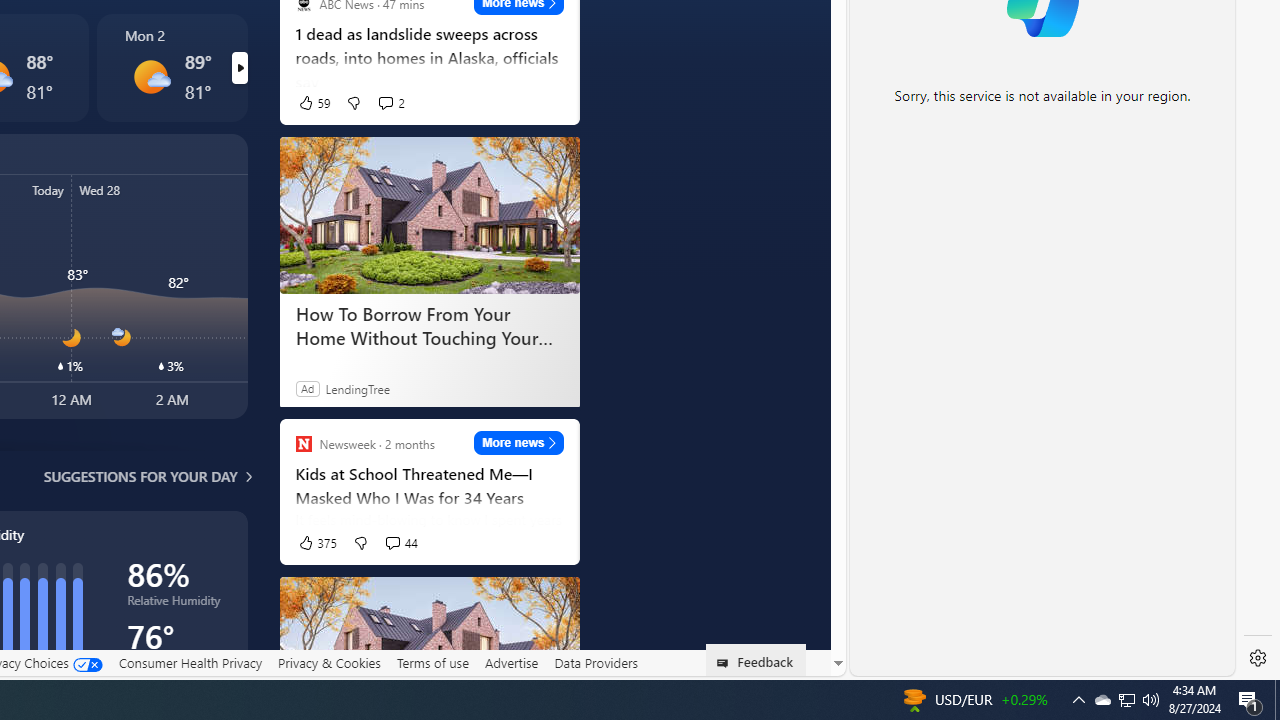 The height and width of the screenshot is (720, 1280). I want to click on 'Data Providers', so click(594, 663).